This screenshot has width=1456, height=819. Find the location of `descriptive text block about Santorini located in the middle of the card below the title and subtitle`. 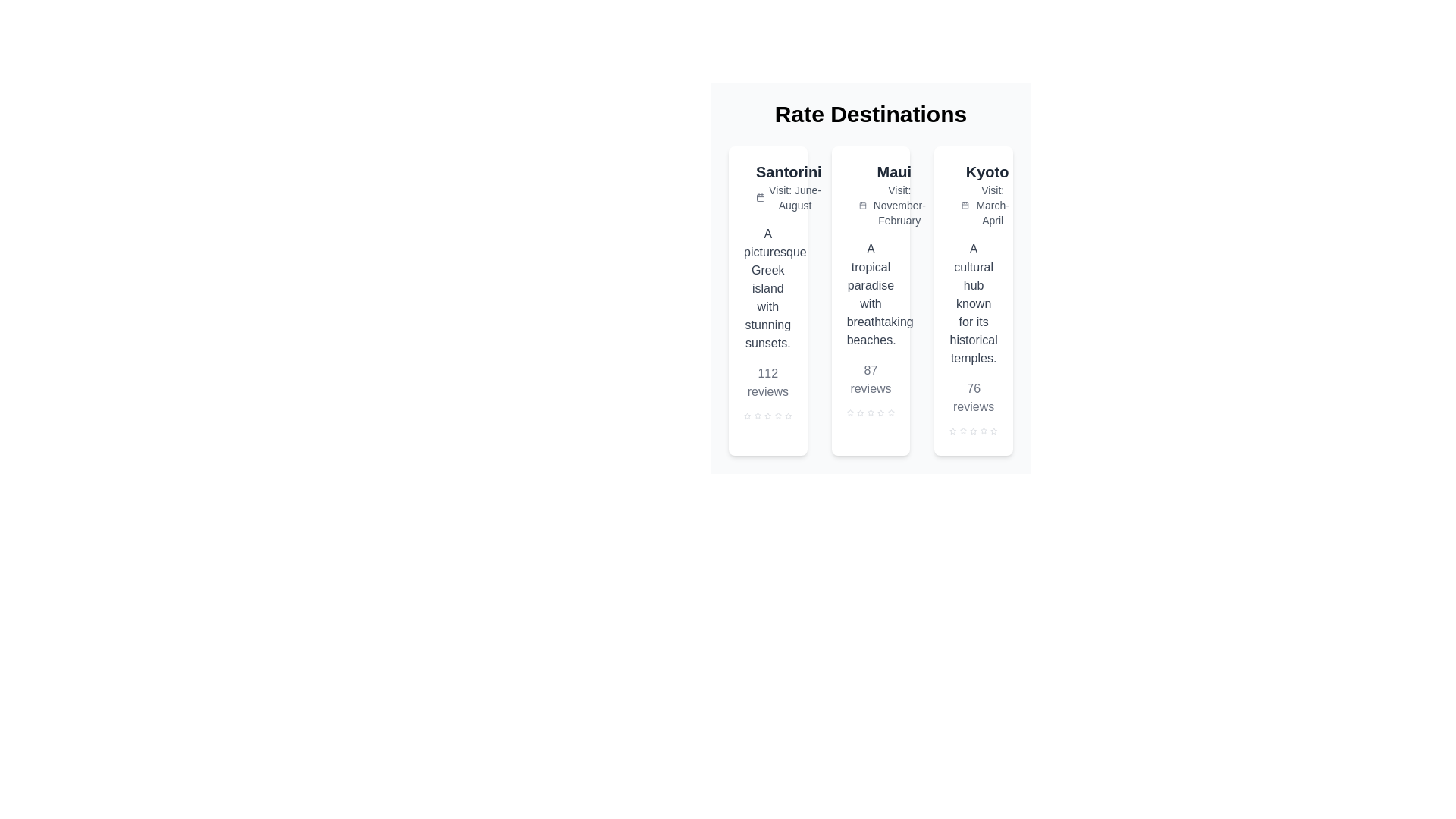

descriptive text block about Santorini located in the middle of the card below the title and subtitle is located at coordinates (767, 289).